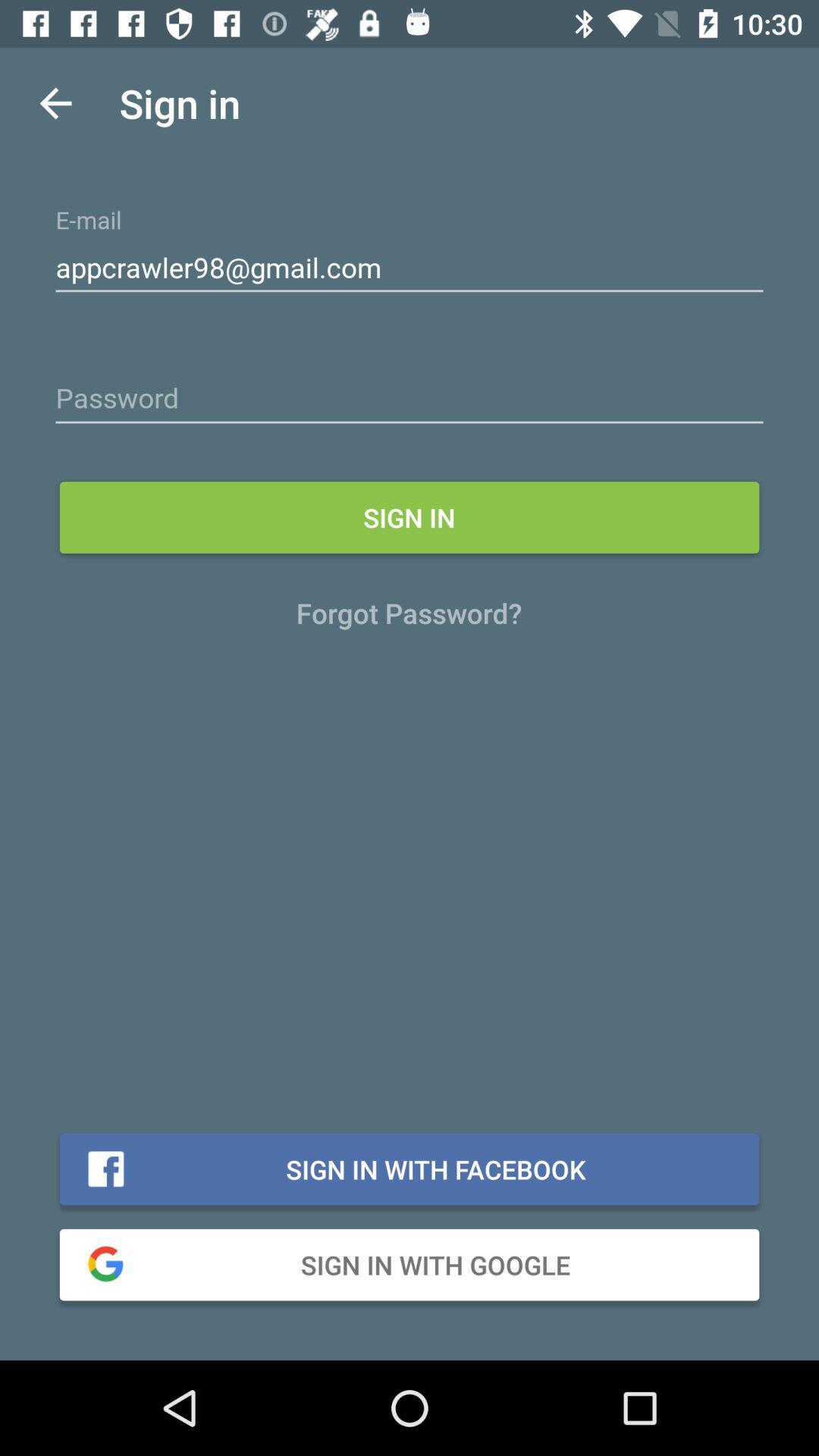 The image size is (819, 1456). Describe the element at coordinates (409, 399) in the screenshot. I see `advertisement` at that location.